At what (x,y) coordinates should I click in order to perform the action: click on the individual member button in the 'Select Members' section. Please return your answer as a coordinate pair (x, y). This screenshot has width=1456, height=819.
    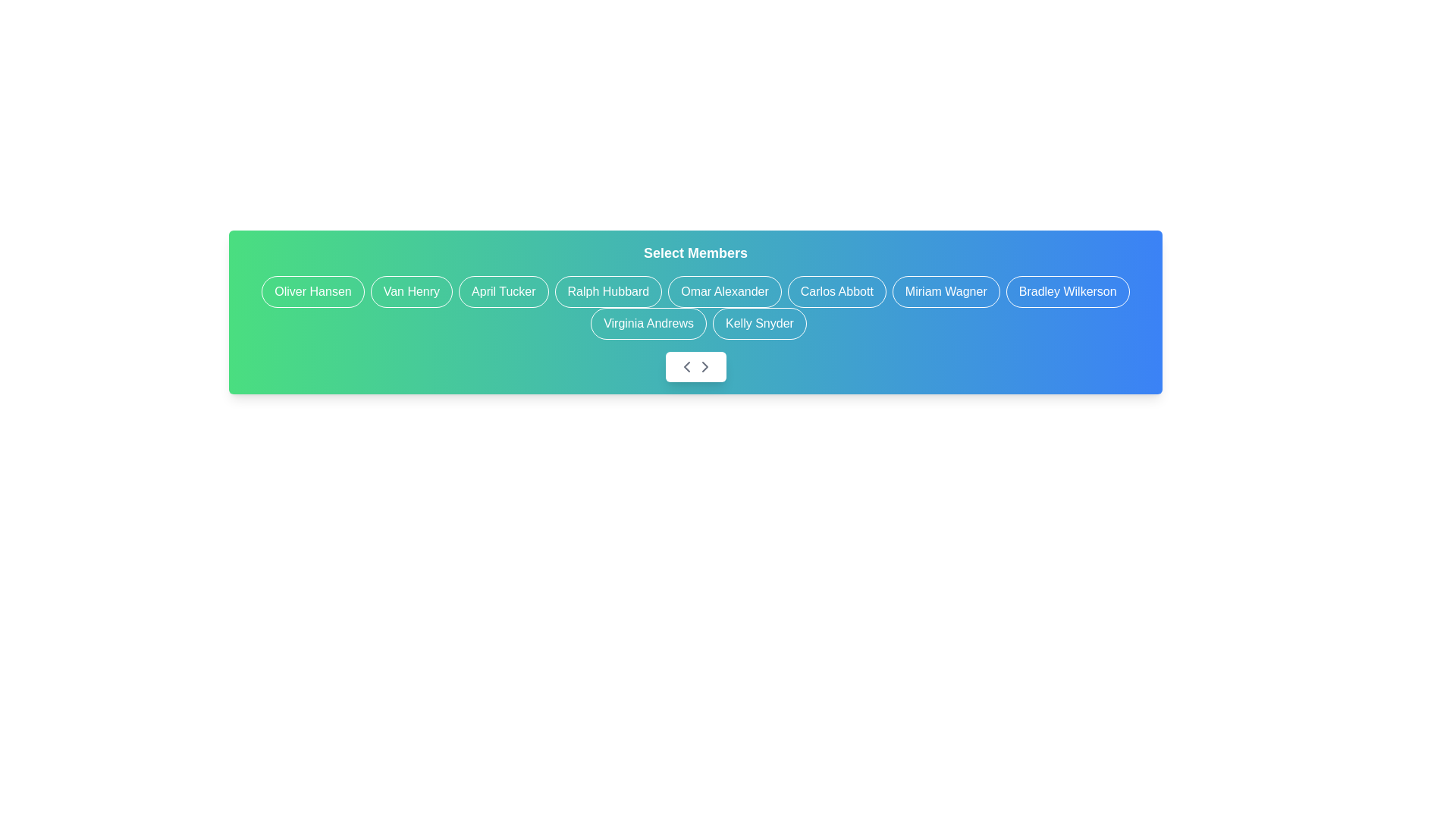
    Looking at the image, I should click on (695, 307).